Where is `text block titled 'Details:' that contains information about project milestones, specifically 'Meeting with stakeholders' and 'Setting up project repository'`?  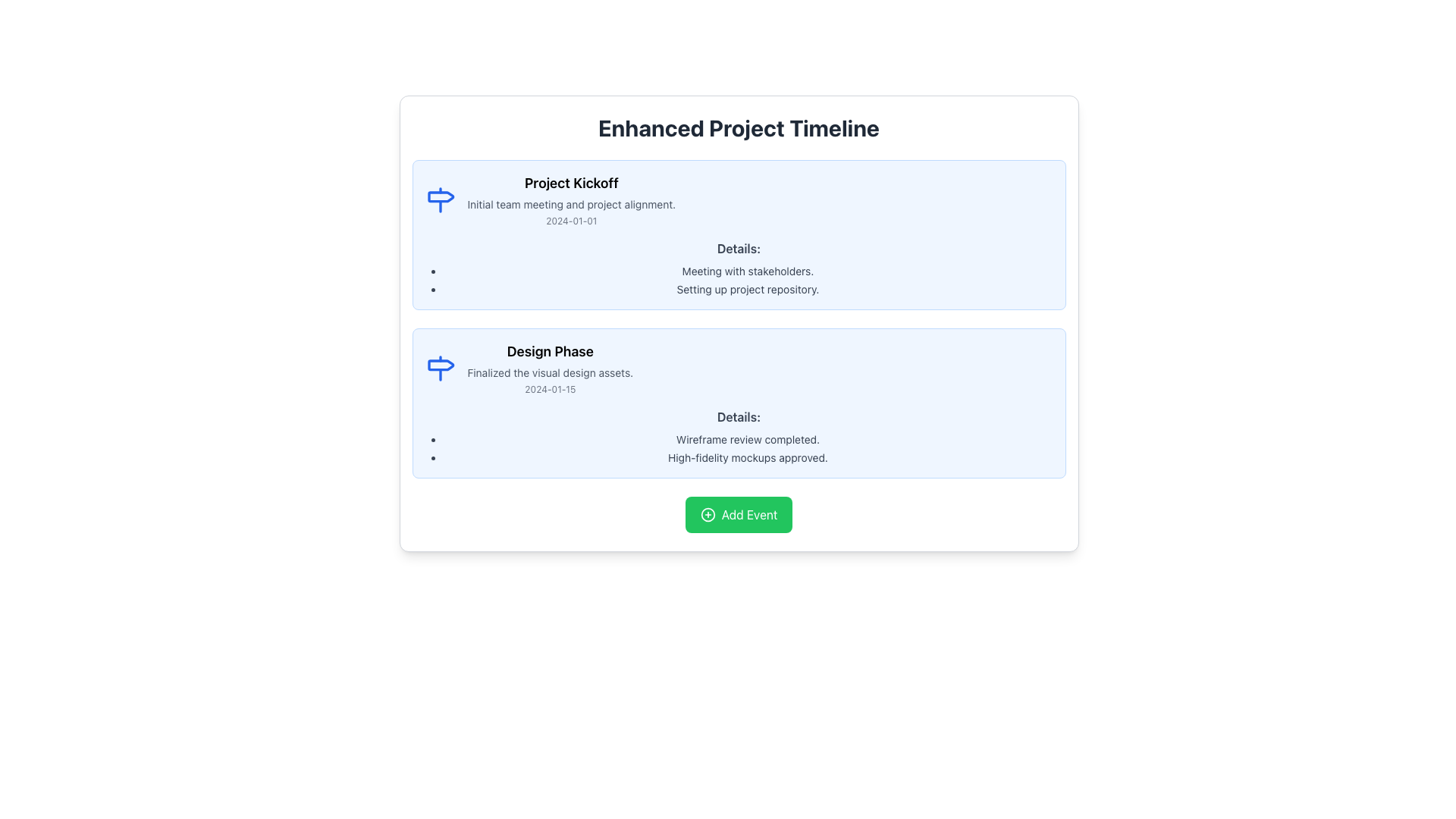 text block titled 'Details:' that contains information about project milestones, specifically 'Meeting with stakeholders' and 'Setting up project repository' is located at coordinates (739, 268).